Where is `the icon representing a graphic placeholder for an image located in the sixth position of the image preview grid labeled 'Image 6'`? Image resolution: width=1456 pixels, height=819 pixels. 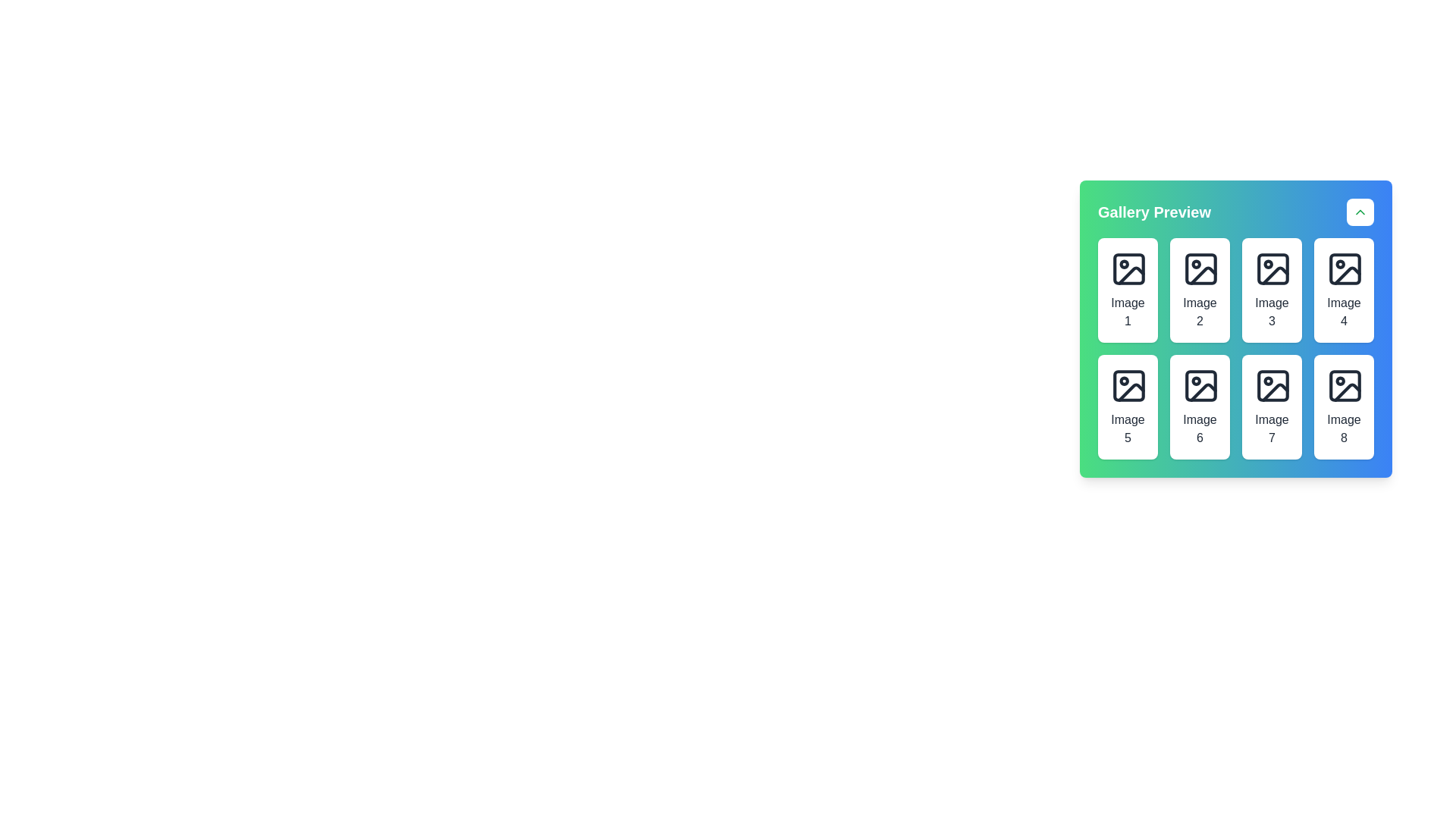
the icon representing a graphic placeholder for an image located in the sixth position of the image preview grid labeled 'Image 6' is located at coordinates (1200, 385).